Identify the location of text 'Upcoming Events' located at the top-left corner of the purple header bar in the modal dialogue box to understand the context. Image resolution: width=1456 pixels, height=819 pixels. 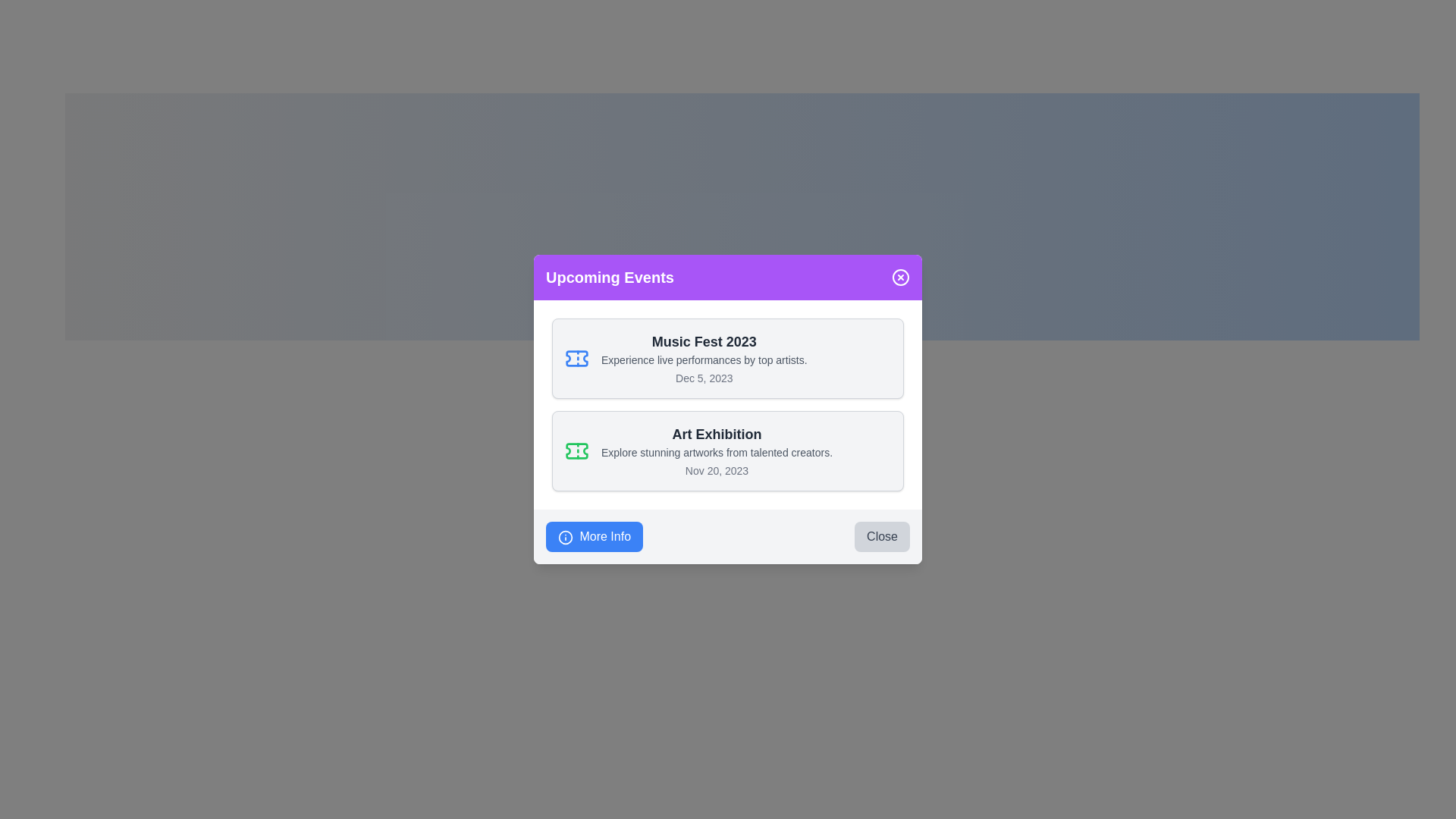
(610, 278).